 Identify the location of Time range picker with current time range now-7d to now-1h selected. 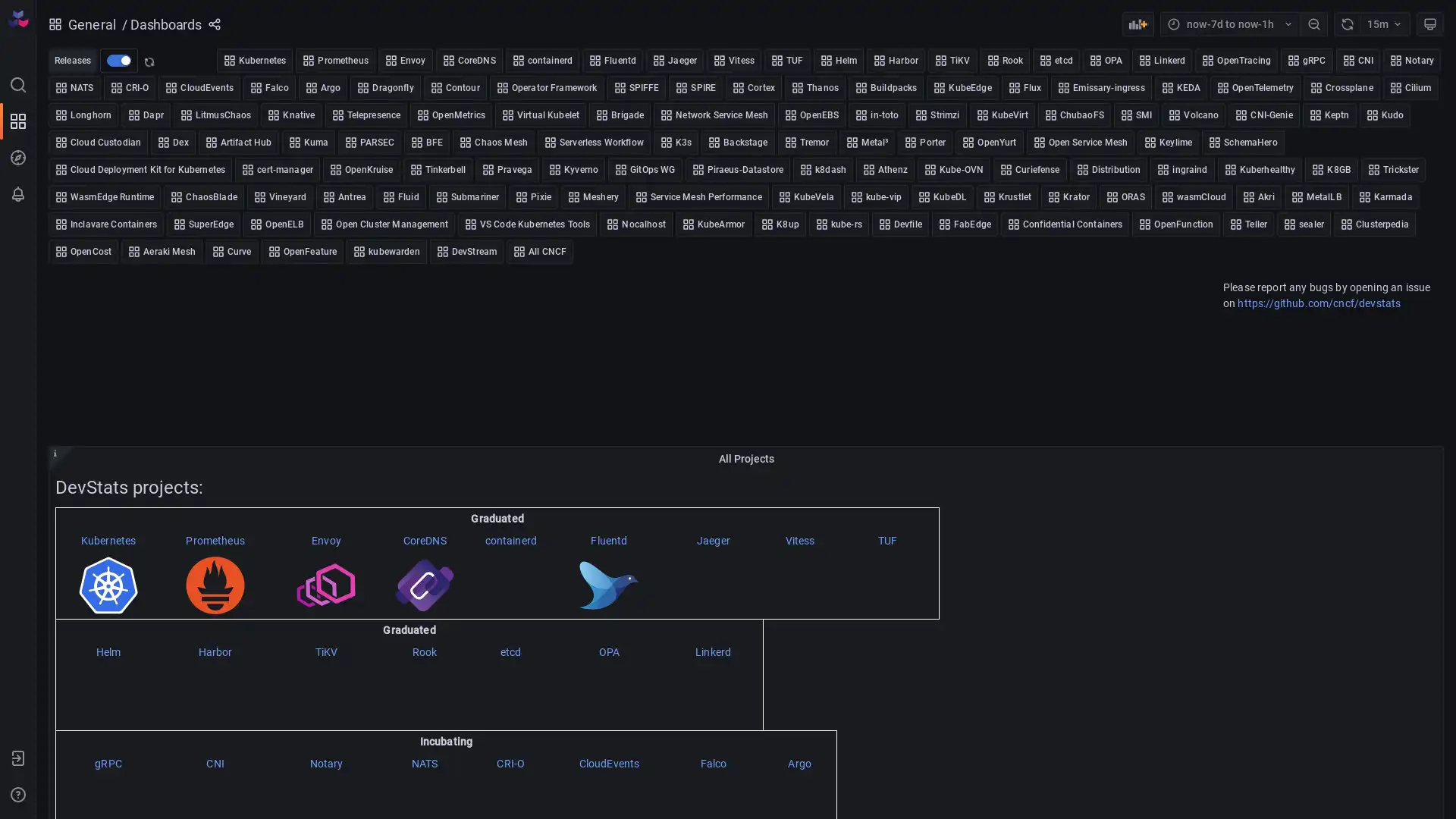
(1230, 24).